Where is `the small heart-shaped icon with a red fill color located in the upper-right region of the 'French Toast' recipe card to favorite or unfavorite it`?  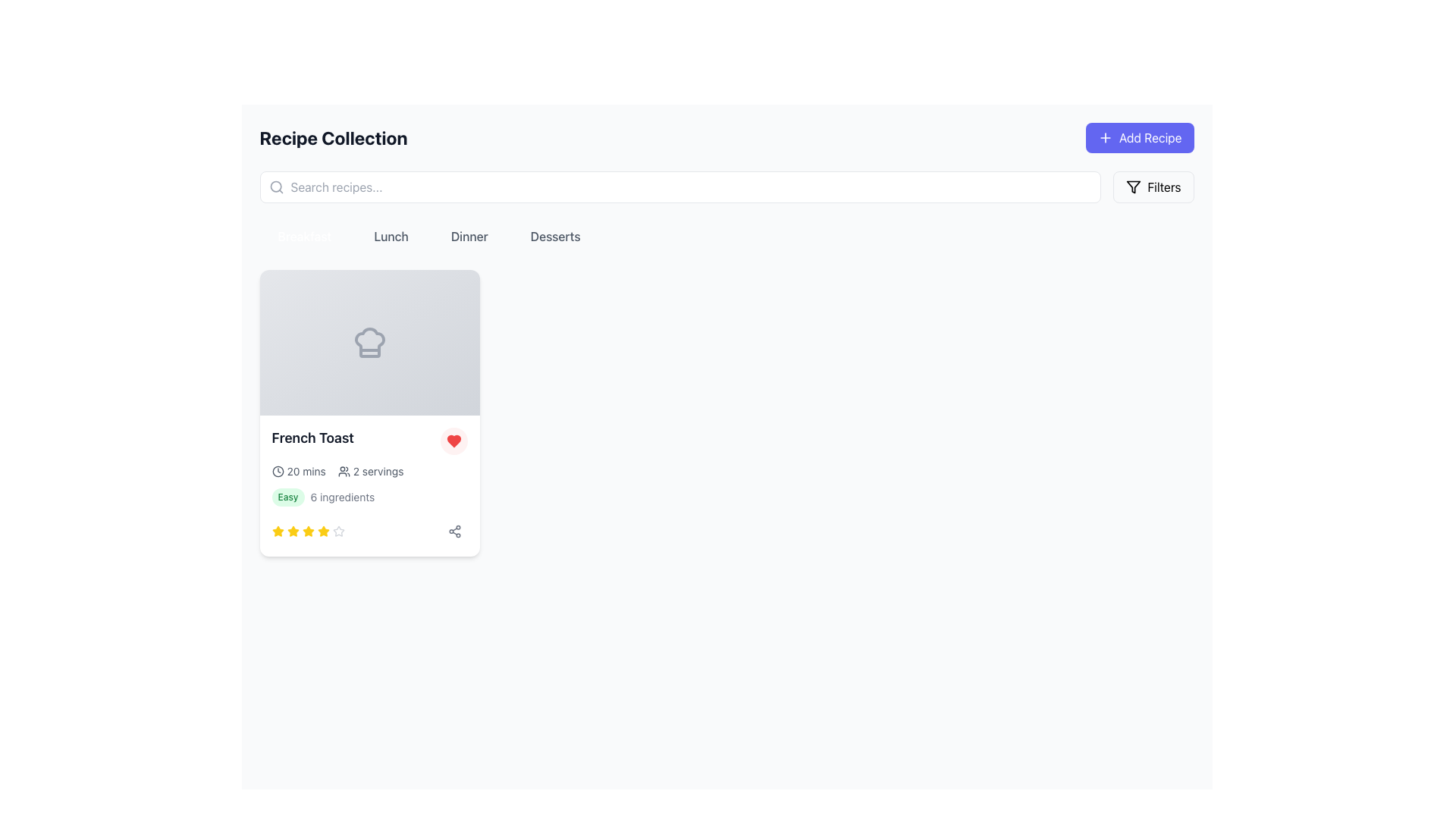 the small heart-shaped icon with a red fill color located in the upper-right region of the 'French Toast' recipe card to favorite or unfavorite it is located at coordinates (453, 441).